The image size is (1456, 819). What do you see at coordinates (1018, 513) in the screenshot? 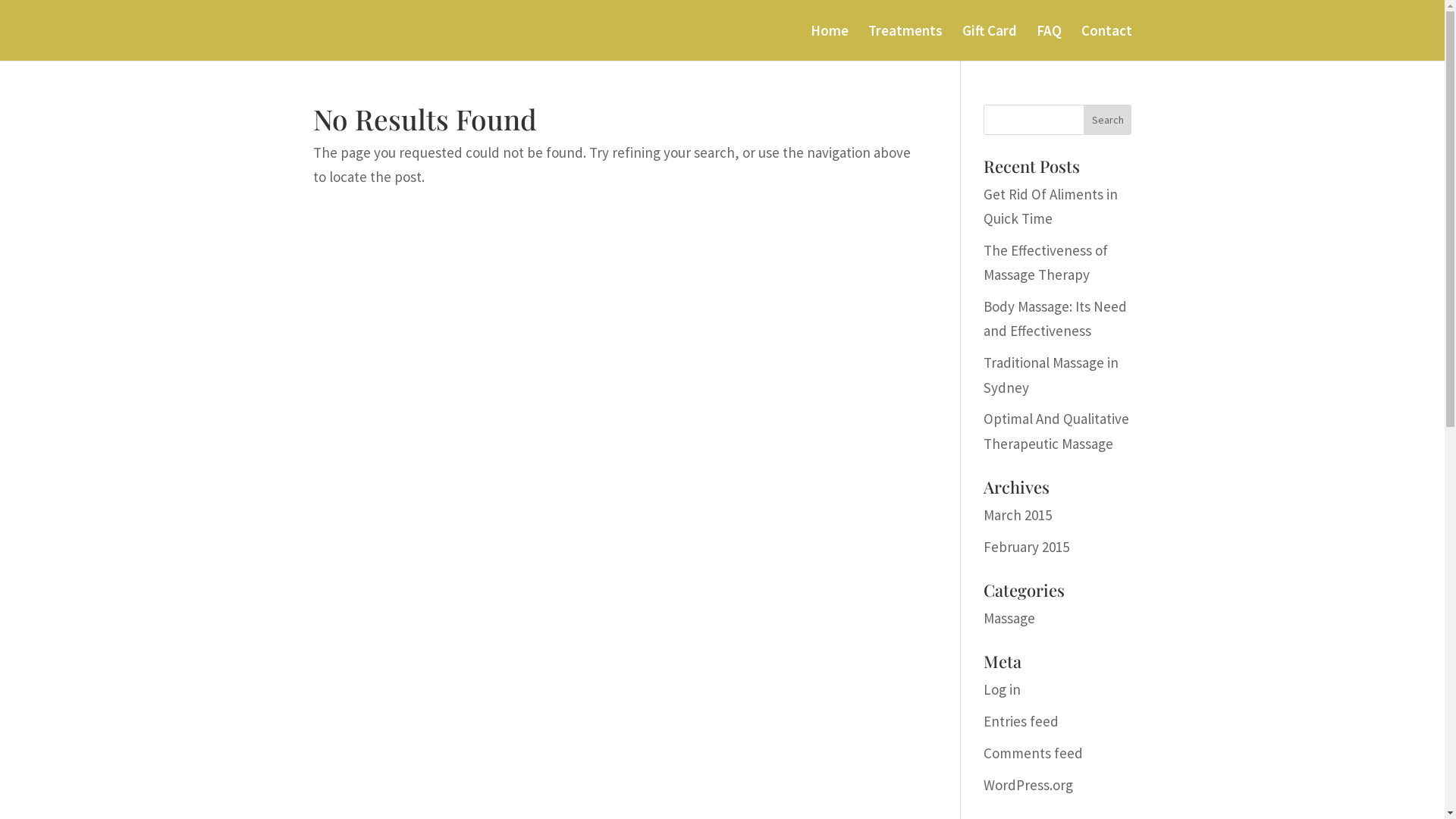
I see `'March 2015'` at bounding box center [1018, 513].